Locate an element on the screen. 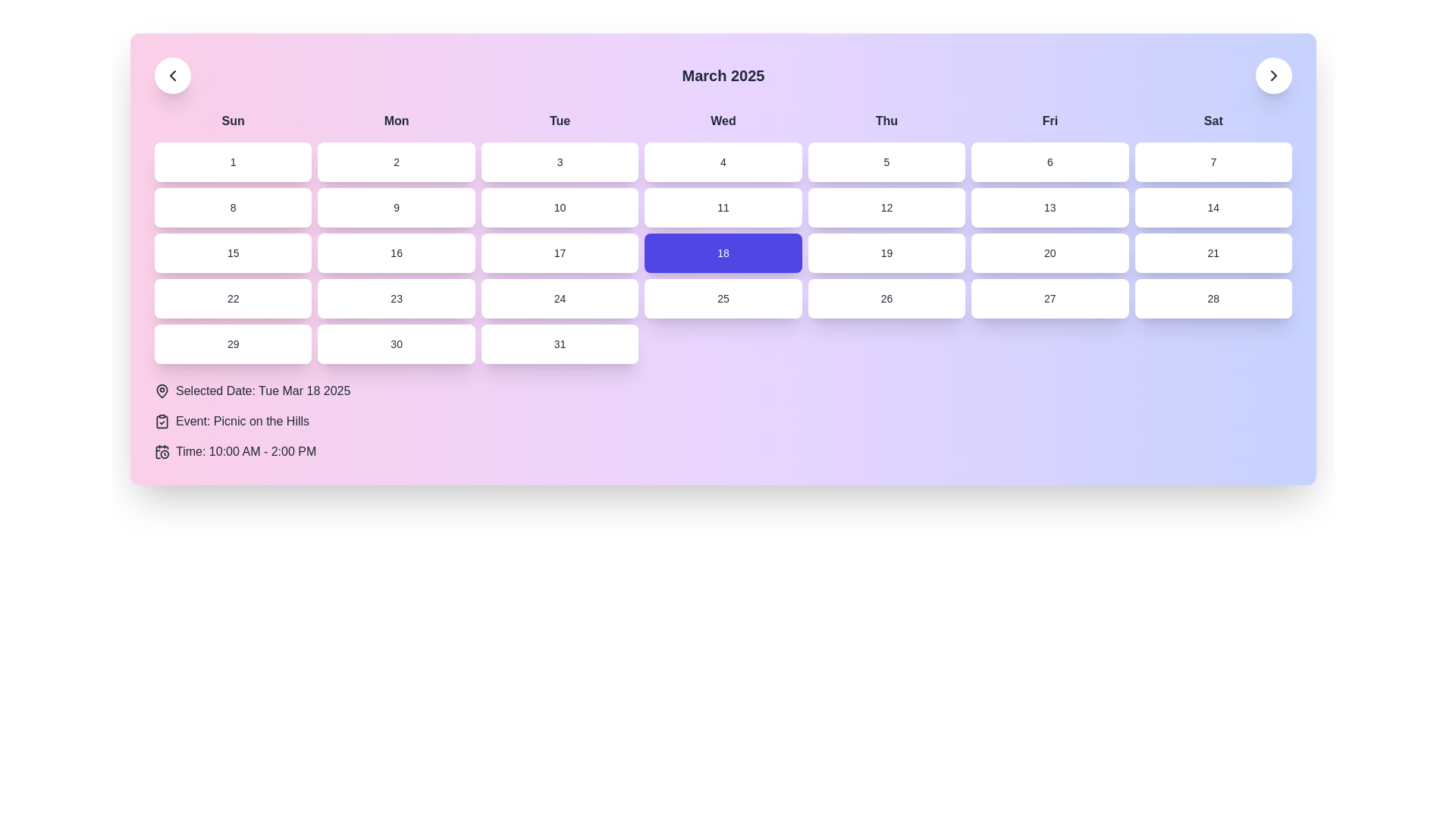  the selectable calendar date button labeled '16', located is located at coordinates (397, 253).